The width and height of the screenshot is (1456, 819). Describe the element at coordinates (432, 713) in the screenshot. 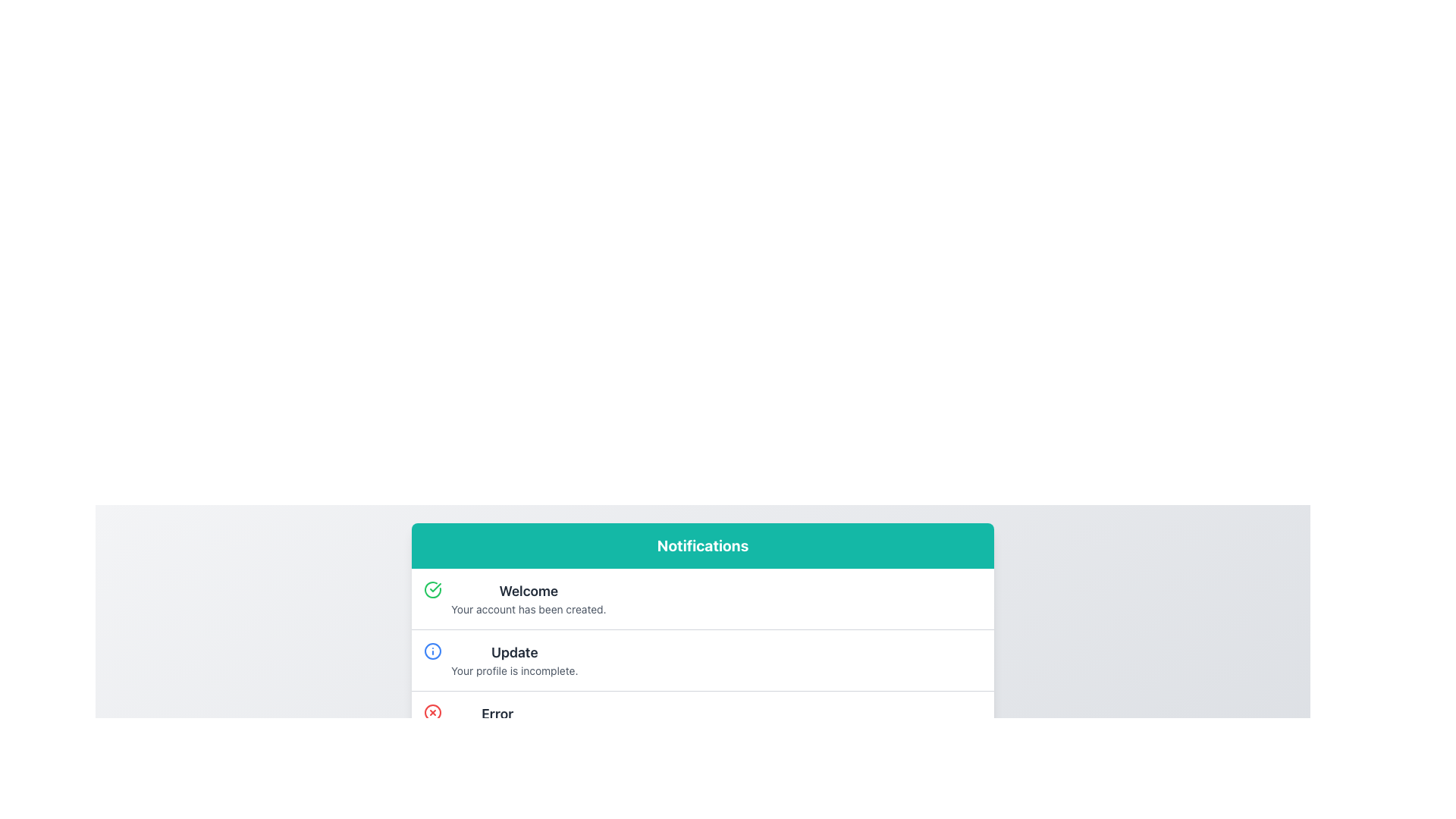

I see `the error indicator icon located at the leftmost part of the error notification section, preceding the text 'Error Failed to load data.'` at that location.